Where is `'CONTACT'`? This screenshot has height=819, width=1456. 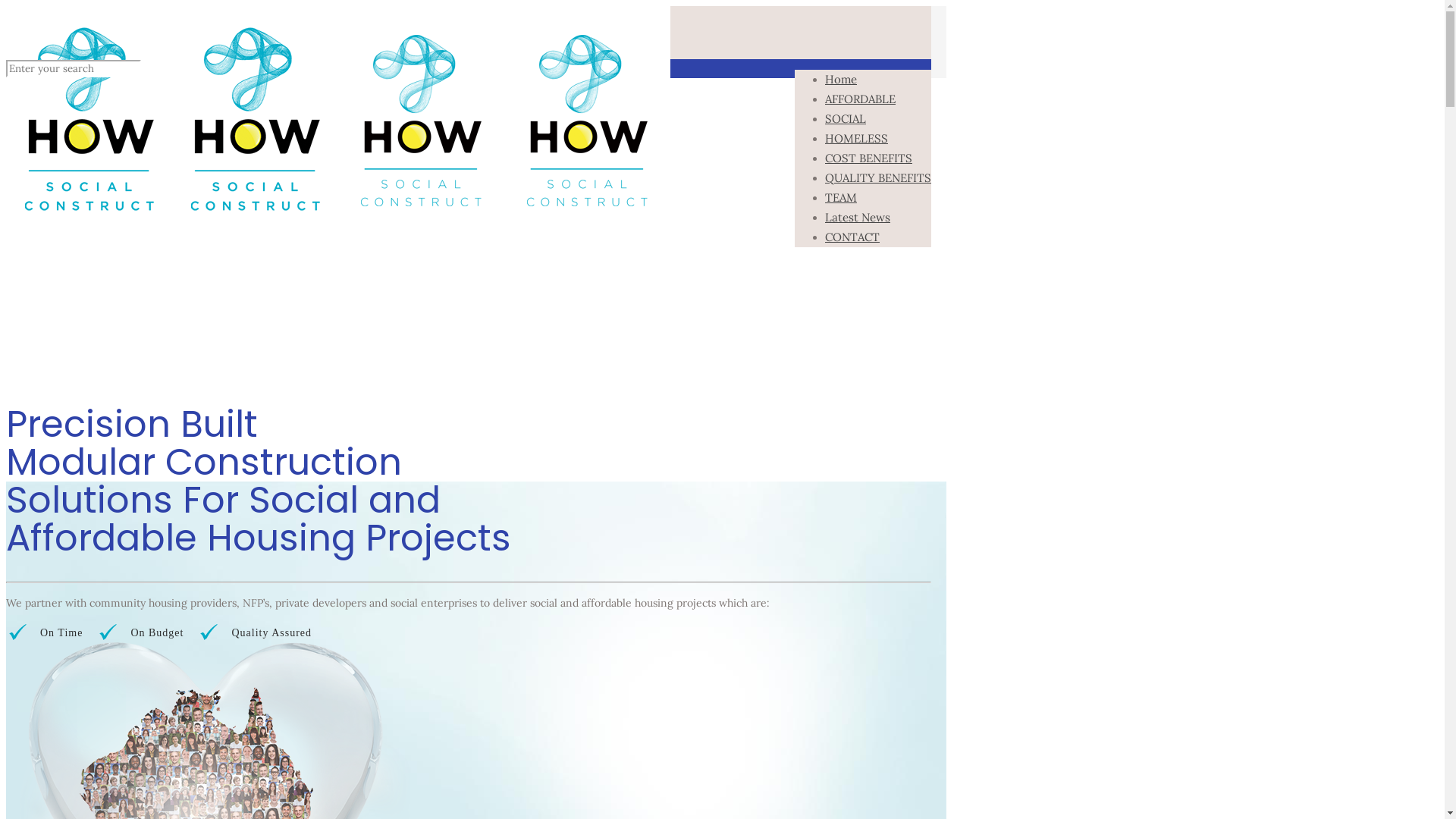 'CONTACT' is located at coordinates (824, 237).